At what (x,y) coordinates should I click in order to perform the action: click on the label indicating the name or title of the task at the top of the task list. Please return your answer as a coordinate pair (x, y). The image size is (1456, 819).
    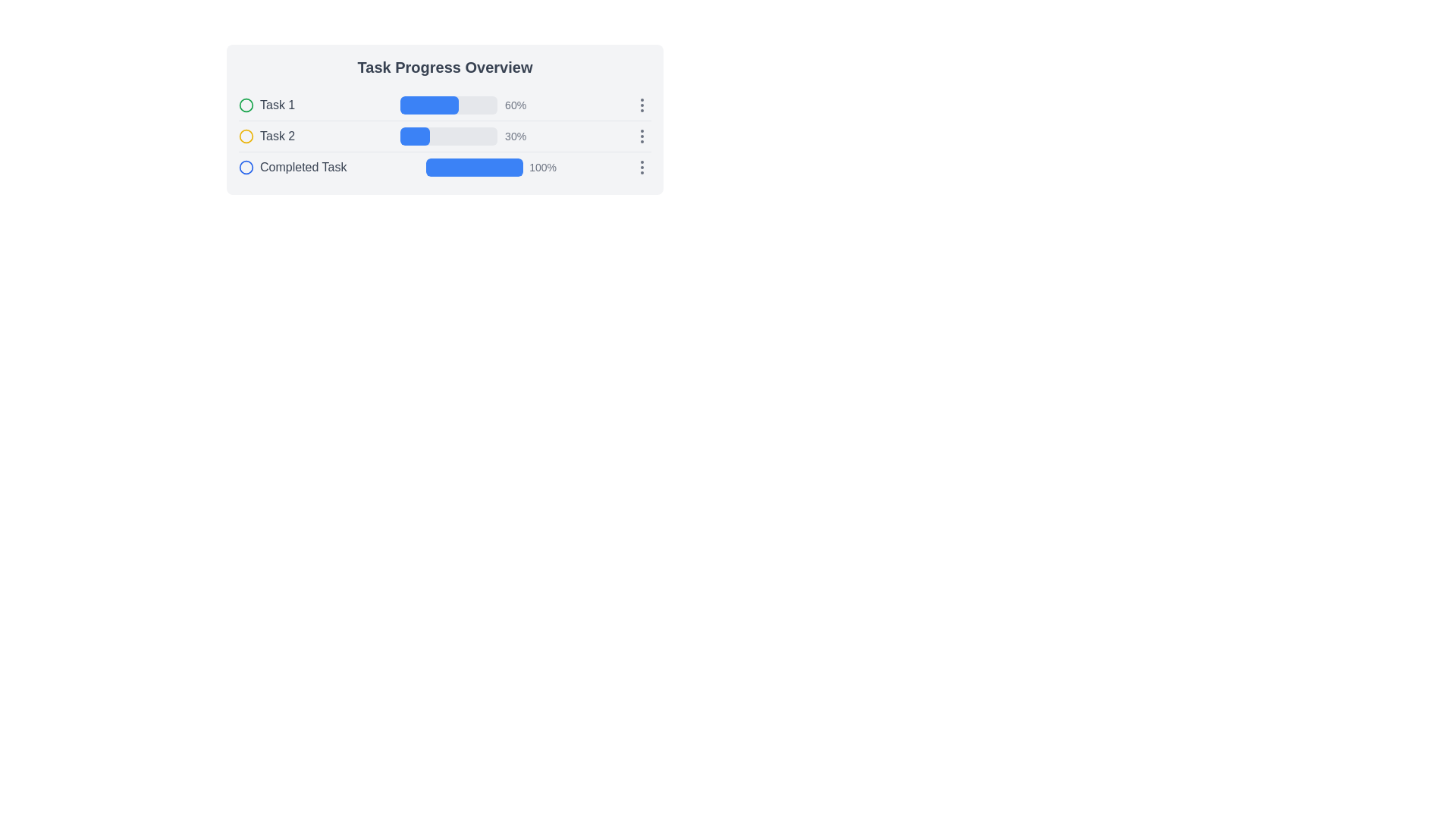
    Looking at the image, I should click on (266, 104).